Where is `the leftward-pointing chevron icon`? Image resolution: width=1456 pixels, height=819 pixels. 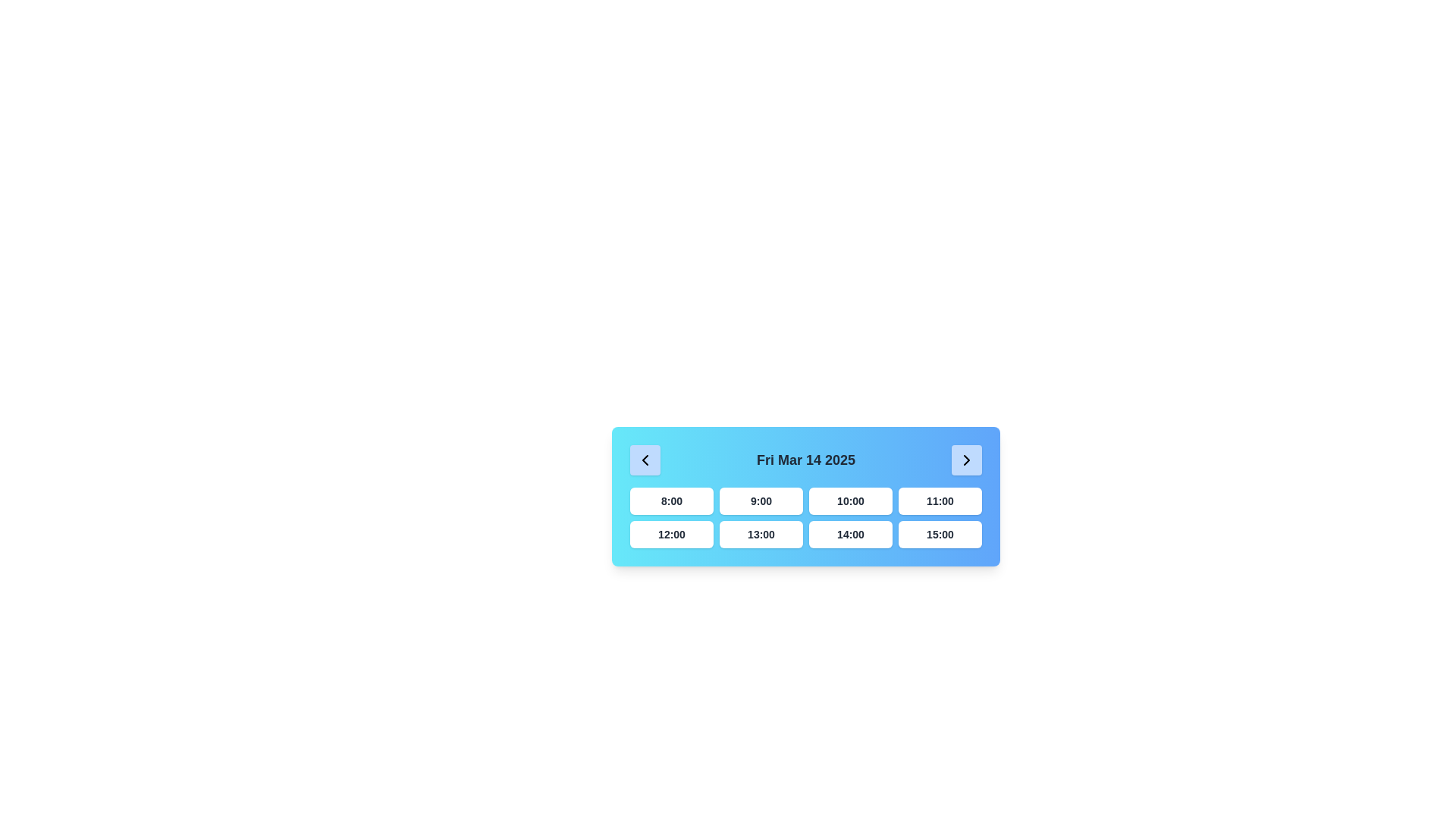 the leftward-pointing chevron icon is located at coordinates (645, 459).